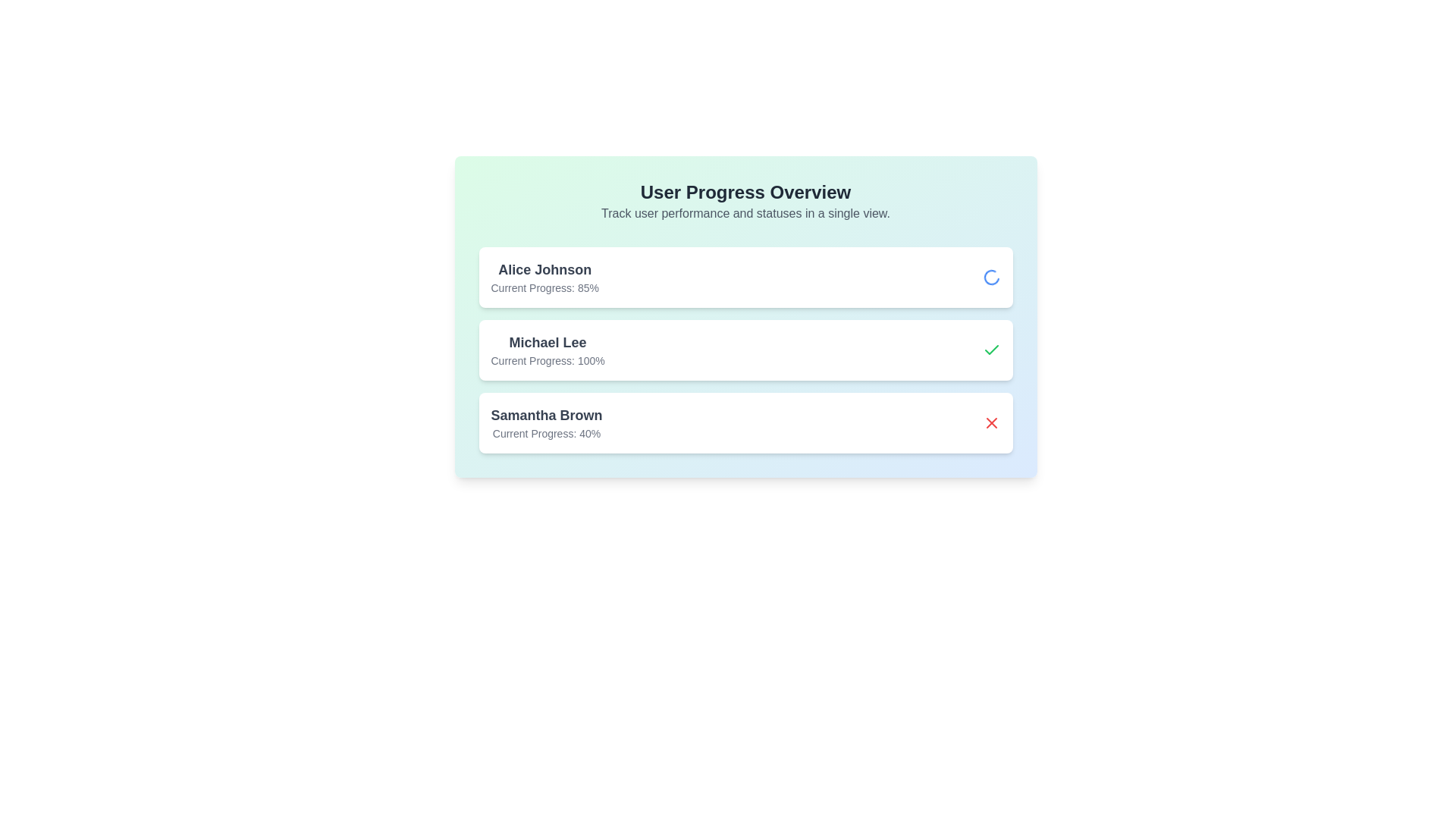 The height and width of the screenshot is (819, 1456). I want to click on information displayed on the user progress text display card, which is the first card in a vertically stacked group of user progress cards, located near the top with a white background and rounded edges, so click(544, 278).